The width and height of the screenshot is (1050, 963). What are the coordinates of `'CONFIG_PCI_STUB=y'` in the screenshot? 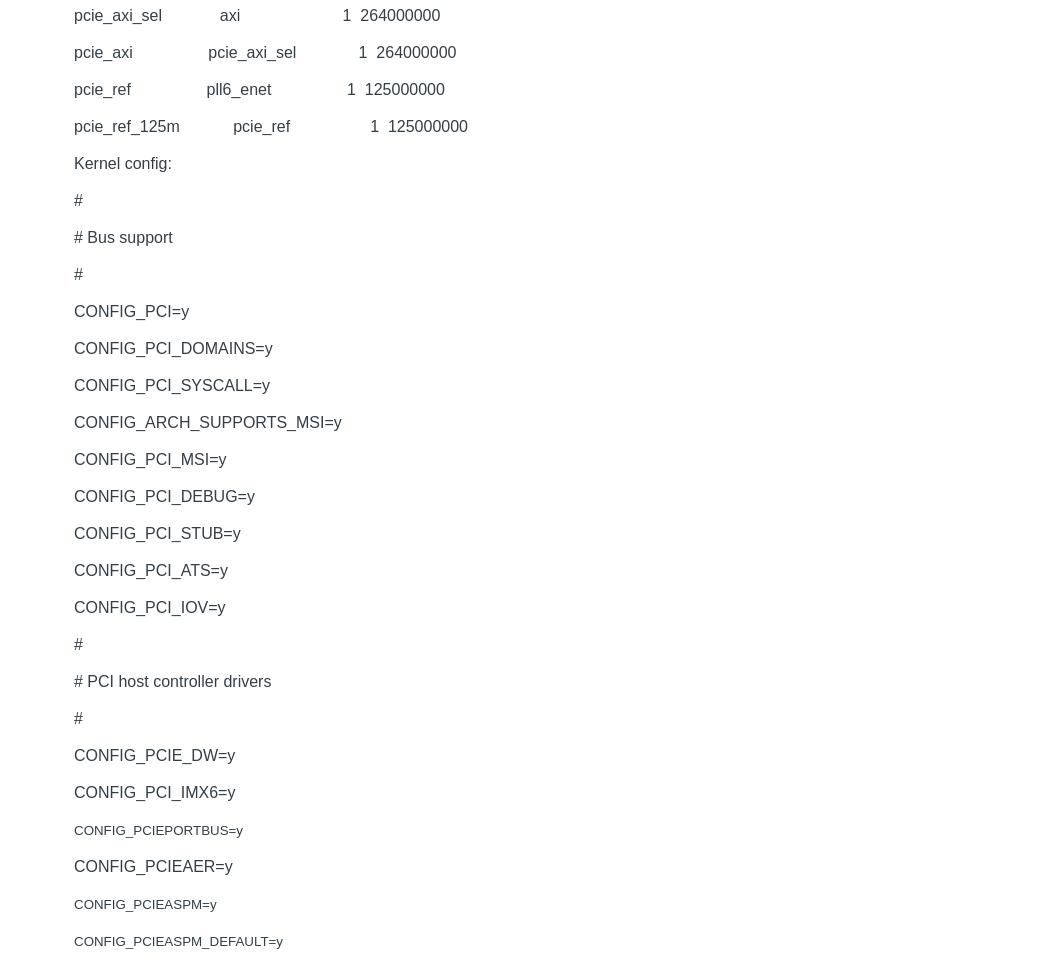 It's located at (156, 532).